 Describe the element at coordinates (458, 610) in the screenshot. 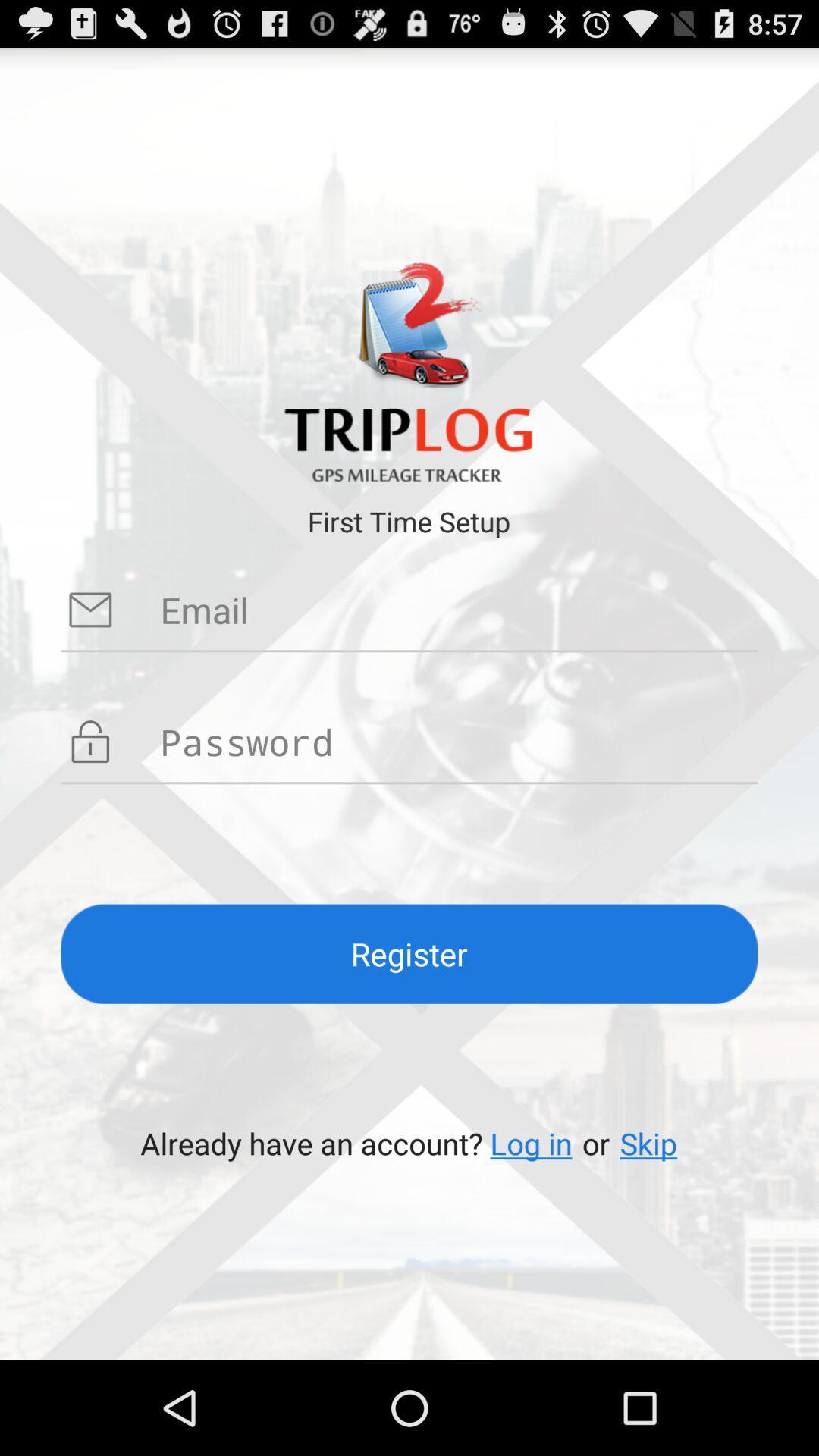

I see `email` at that location.